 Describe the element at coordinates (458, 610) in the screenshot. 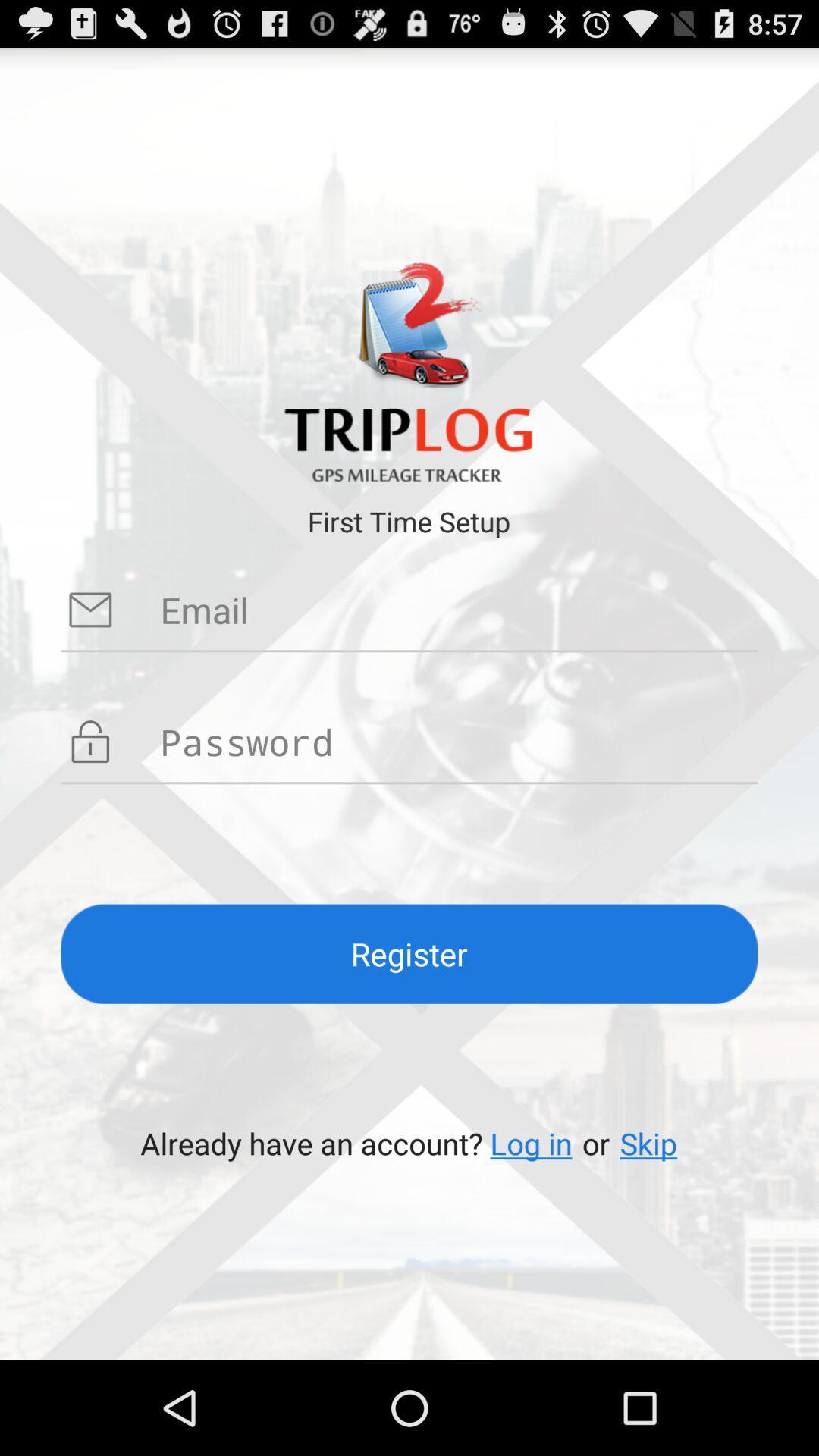

I see `email` at that location.